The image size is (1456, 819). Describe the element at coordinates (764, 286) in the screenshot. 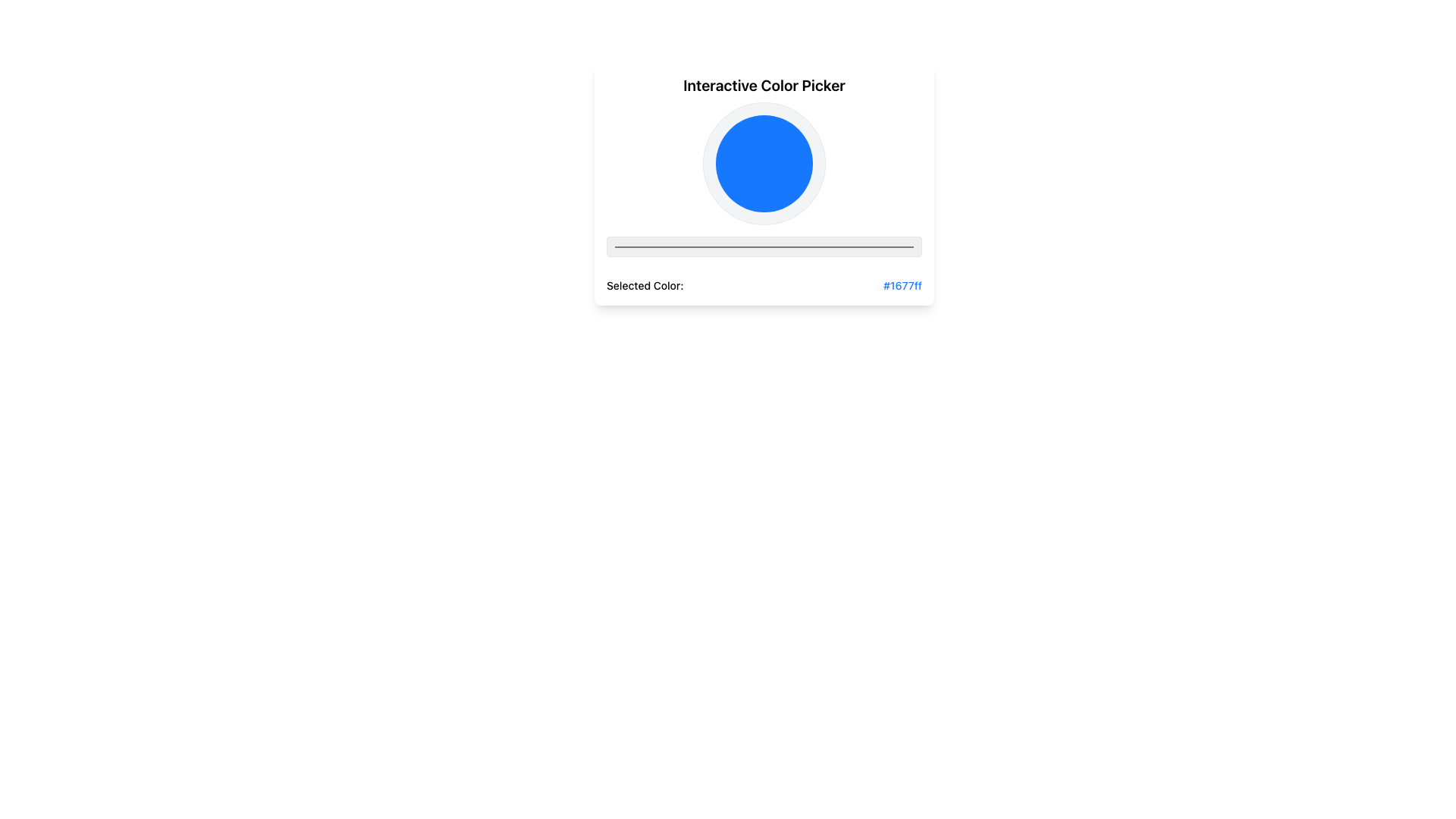

I see `the displayed text of the Text label that shows the currently selected color and its RGB value, located at the bottom of the color picker card` at that location.